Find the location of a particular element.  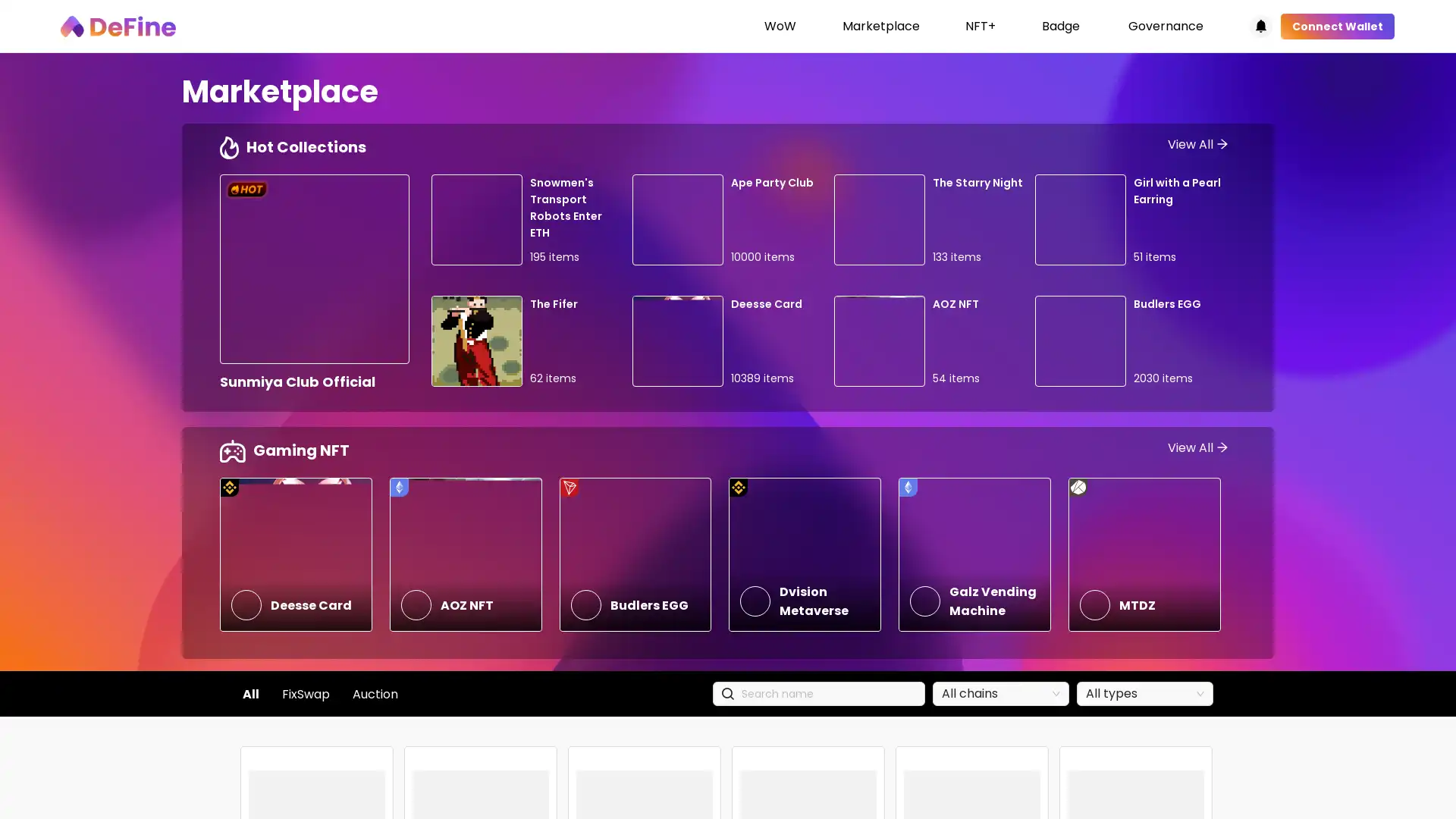

Connect Wallet is located at coordinates (1337, 26).